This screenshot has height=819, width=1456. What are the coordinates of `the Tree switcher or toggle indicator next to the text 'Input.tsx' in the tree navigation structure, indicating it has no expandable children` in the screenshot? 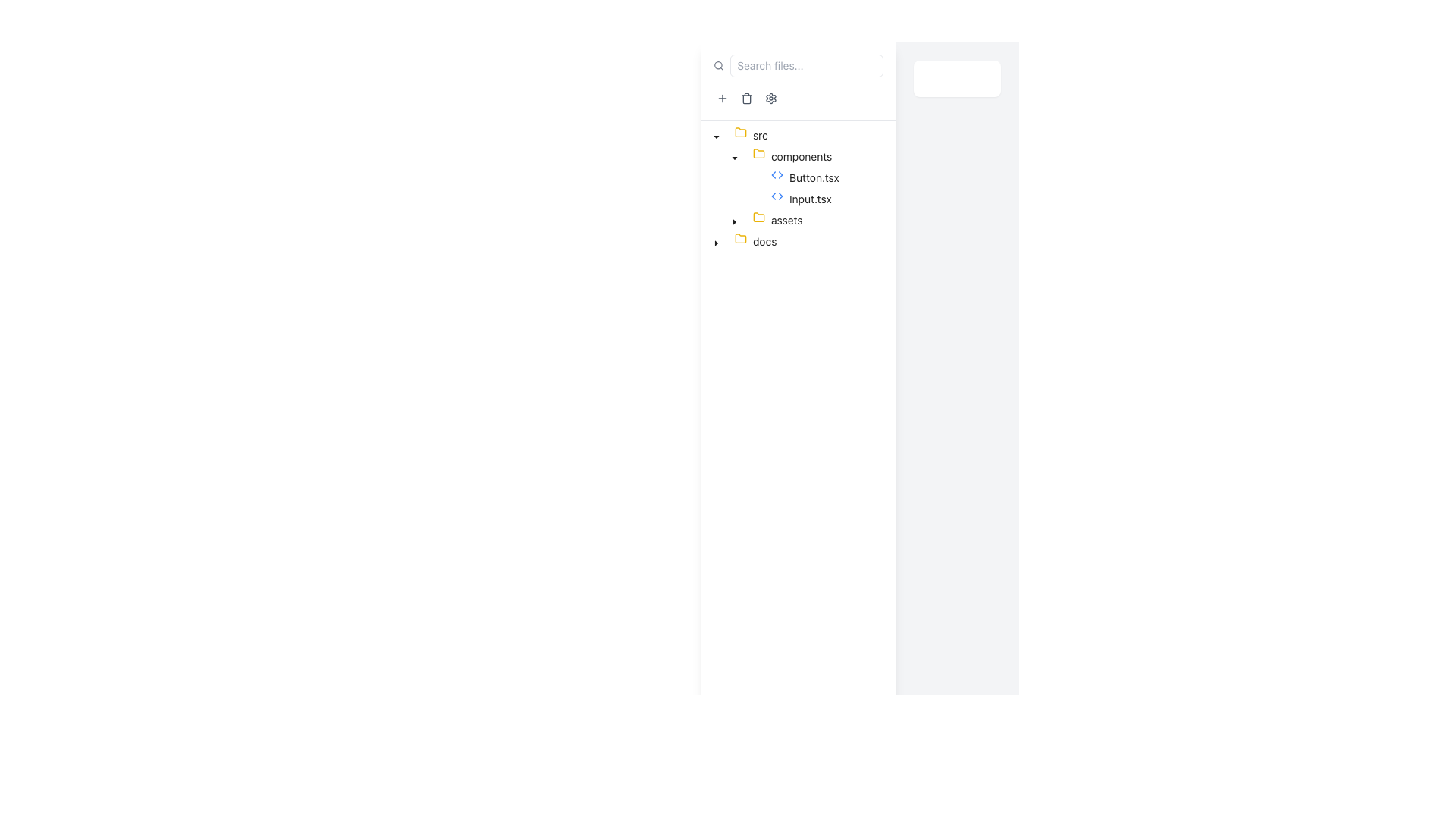 It's located at (753, 198).